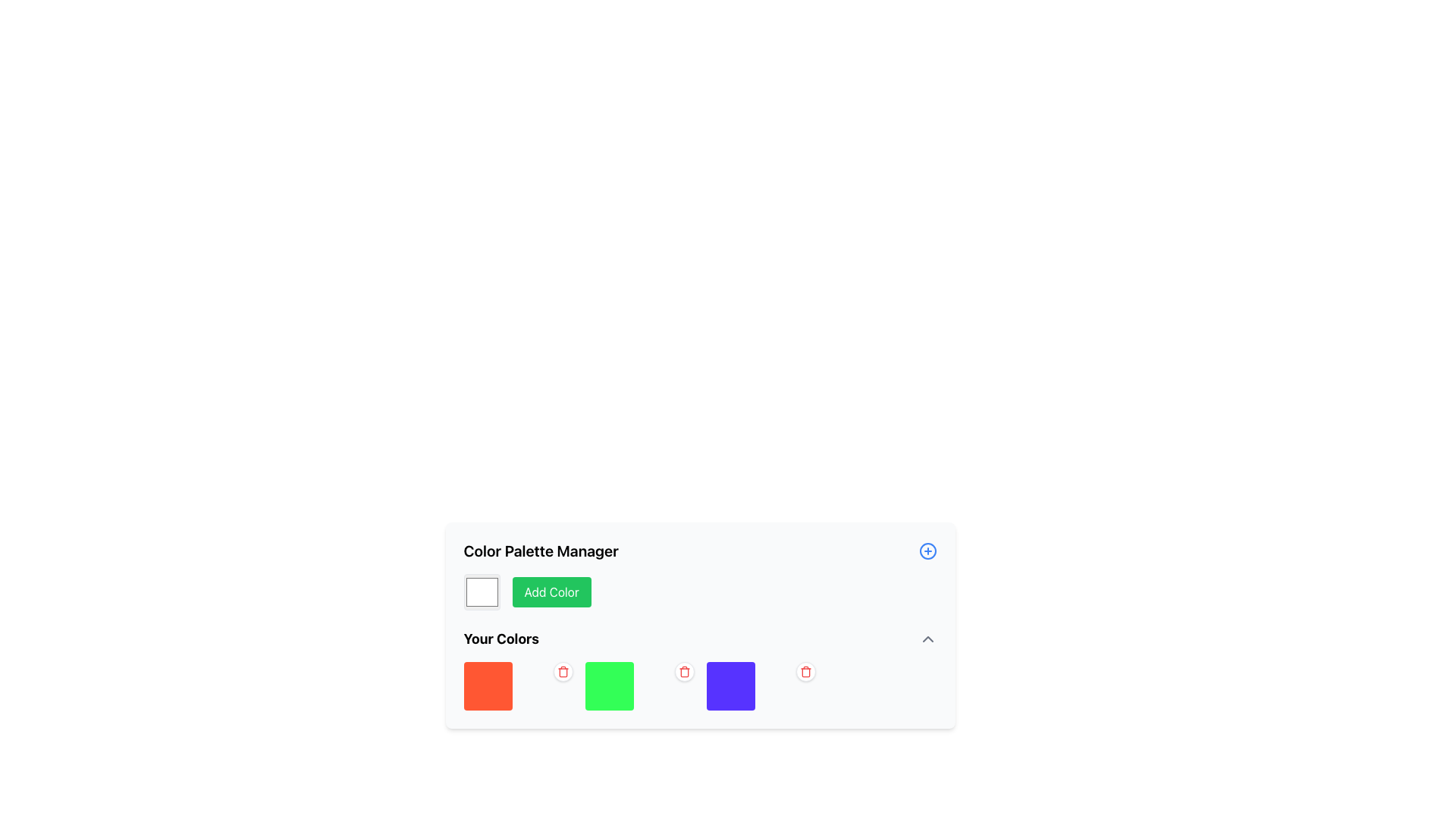 This screenshot has width=1456, height=819. I want to click on the green color swatch, which is the second block in the 'Your Colors' section, so click(609, 686).